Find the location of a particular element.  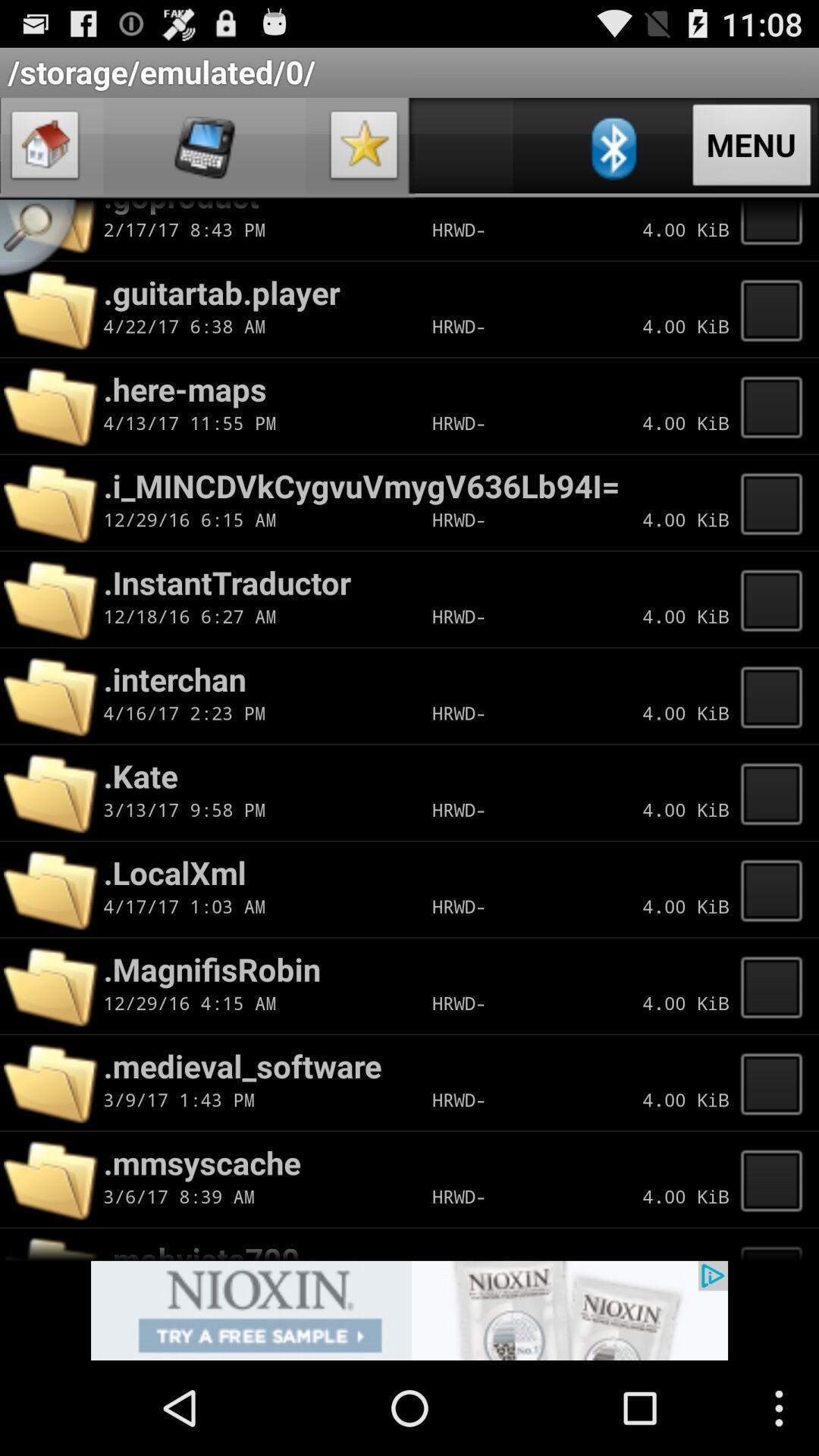

advertisement is located at coordinates (409, 1310).